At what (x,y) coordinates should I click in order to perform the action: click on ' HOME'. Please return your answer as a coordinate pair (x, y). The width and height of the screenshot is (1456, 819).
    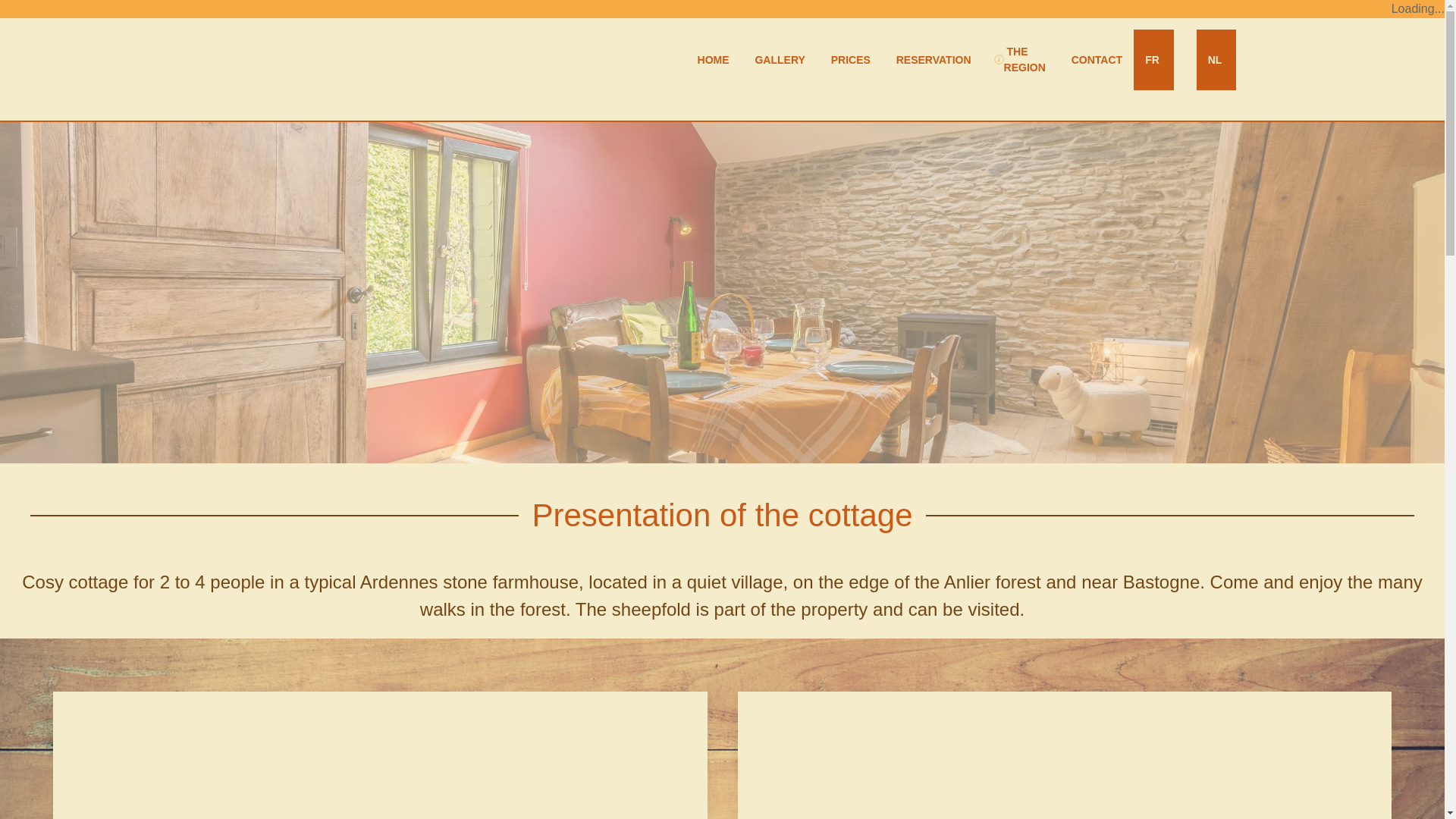
    Looking at the image, I should click on (711, 58).